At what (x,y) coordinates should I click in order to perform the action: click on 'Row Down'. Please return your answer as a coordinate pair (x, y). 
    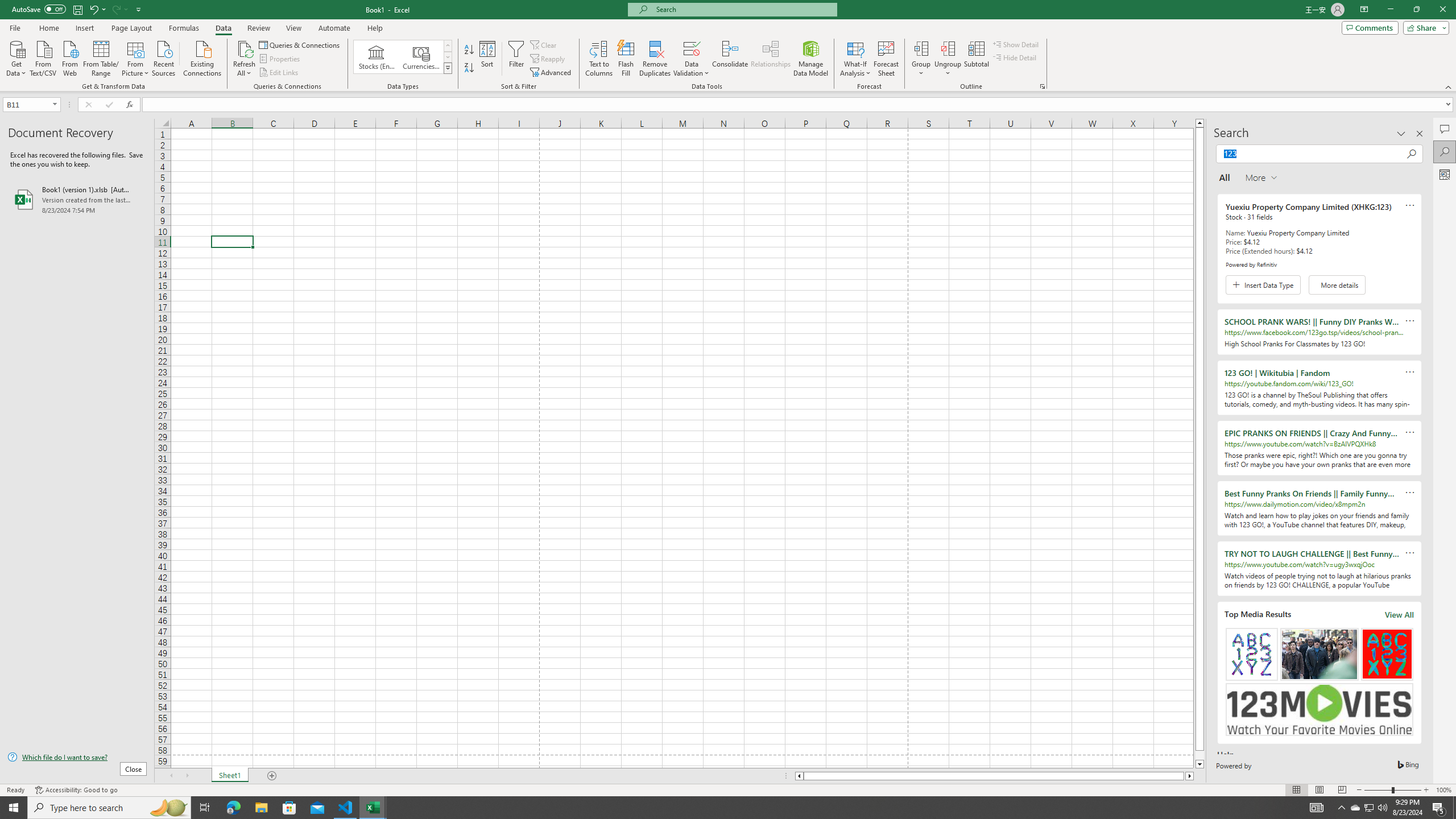
    Looking at the image, I should click on (448, 56).